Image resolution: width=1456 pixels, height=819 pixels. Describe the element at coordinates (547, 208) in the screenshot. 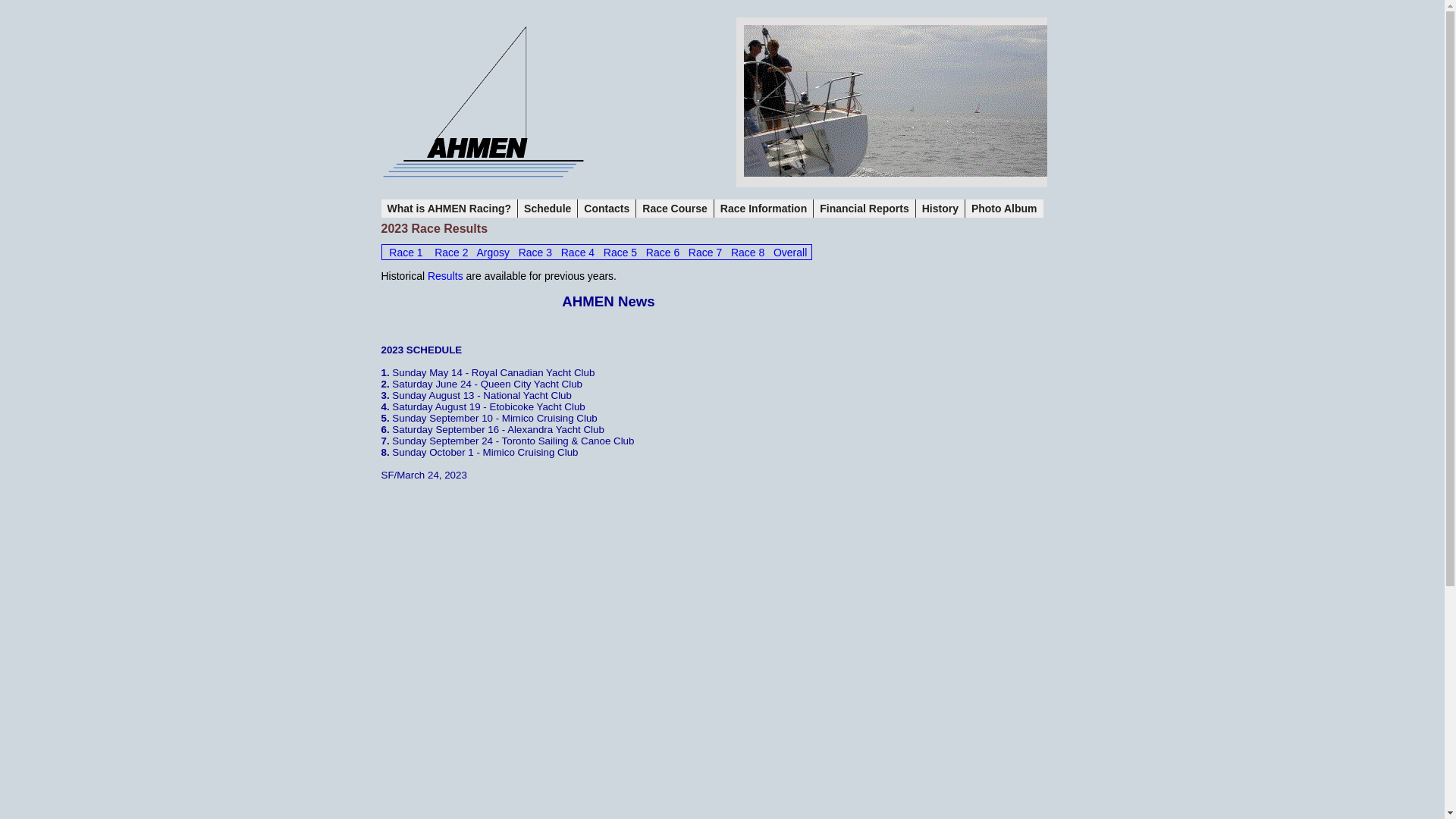

I see `'Schedule'` at that location.